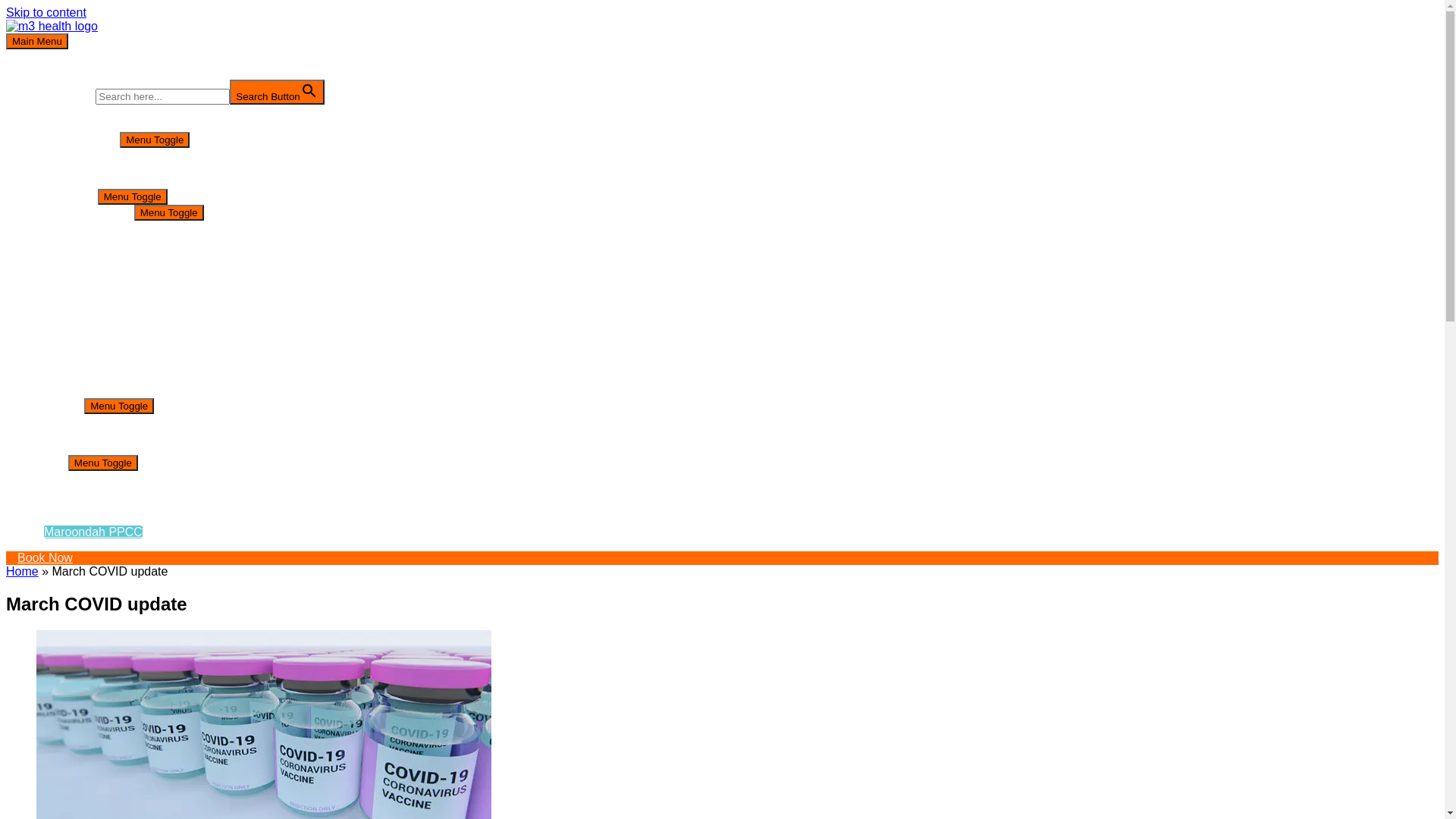 Image resolution: width=1456 pixels, height=819 pixels. Describe the element at coordinates (133, 322) in the screenshot. I see `'Iron Infusions'` at that location.